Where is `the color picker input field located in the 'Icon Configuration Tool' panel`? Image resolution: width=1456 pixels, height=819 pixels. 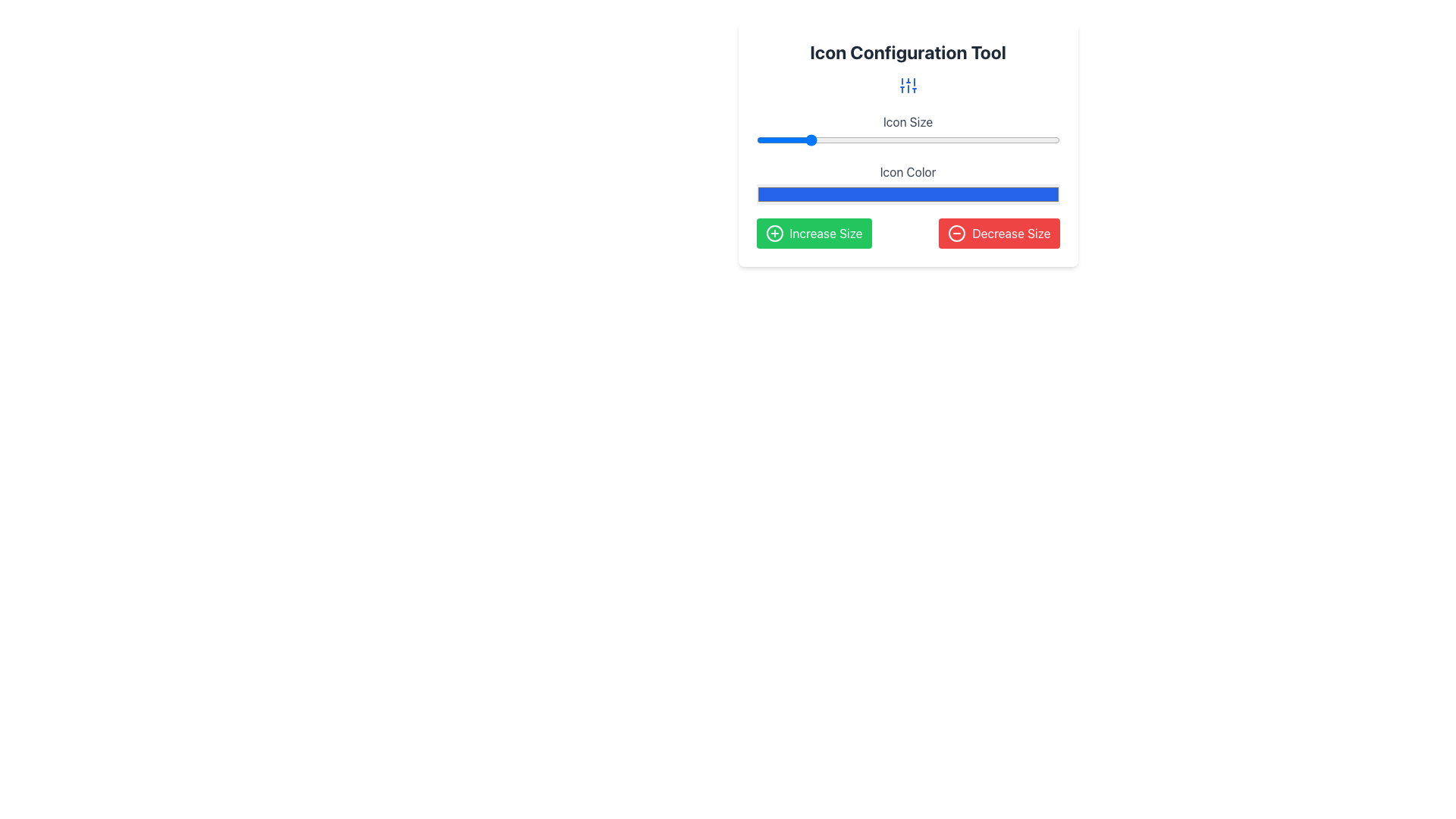 the color picker input field located in the 'Icon Configuration Tool' panel is located at coordinates (908, 180).